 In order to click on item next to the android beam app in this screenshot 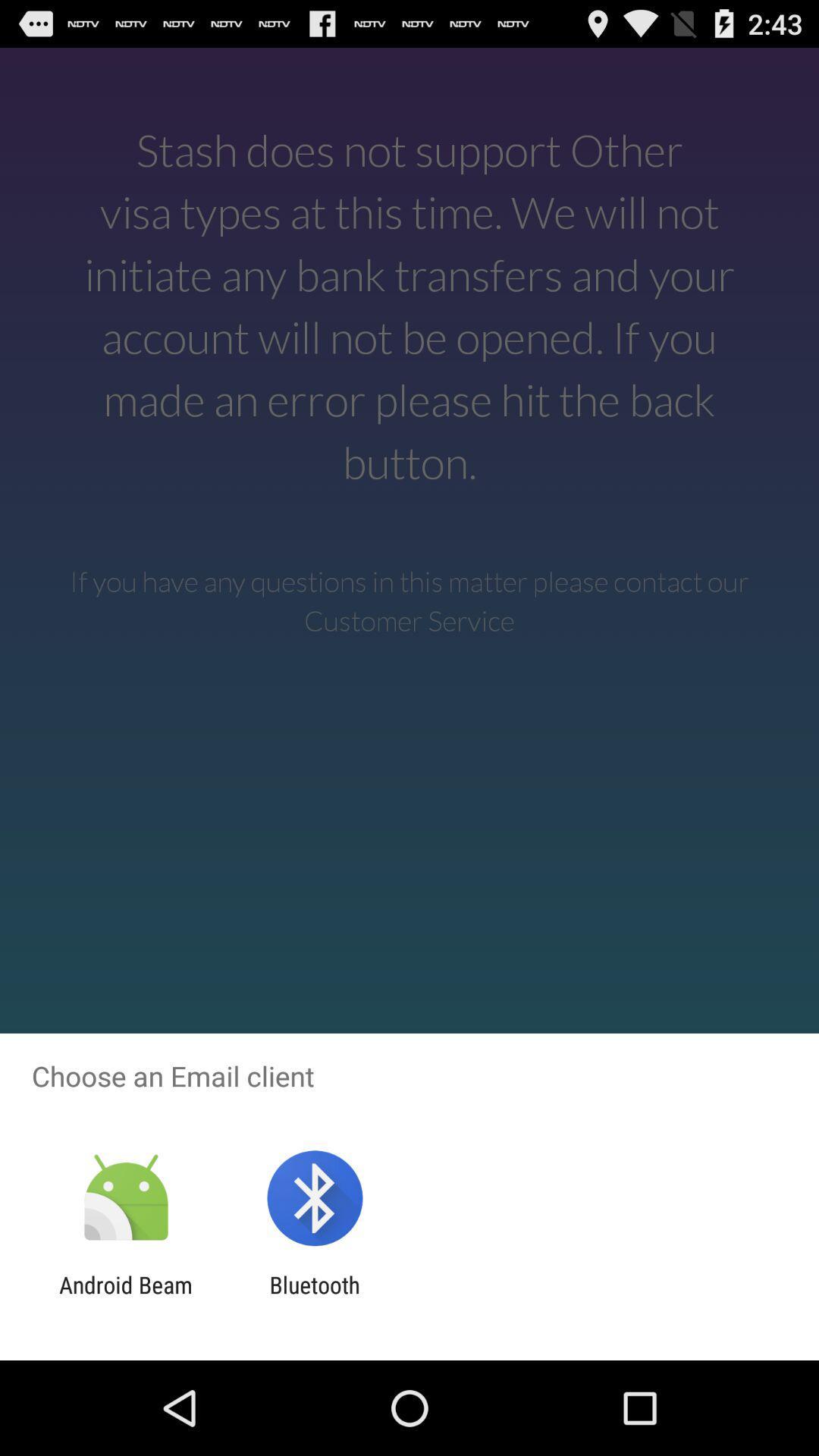, I will do `click(314, 1298)`.